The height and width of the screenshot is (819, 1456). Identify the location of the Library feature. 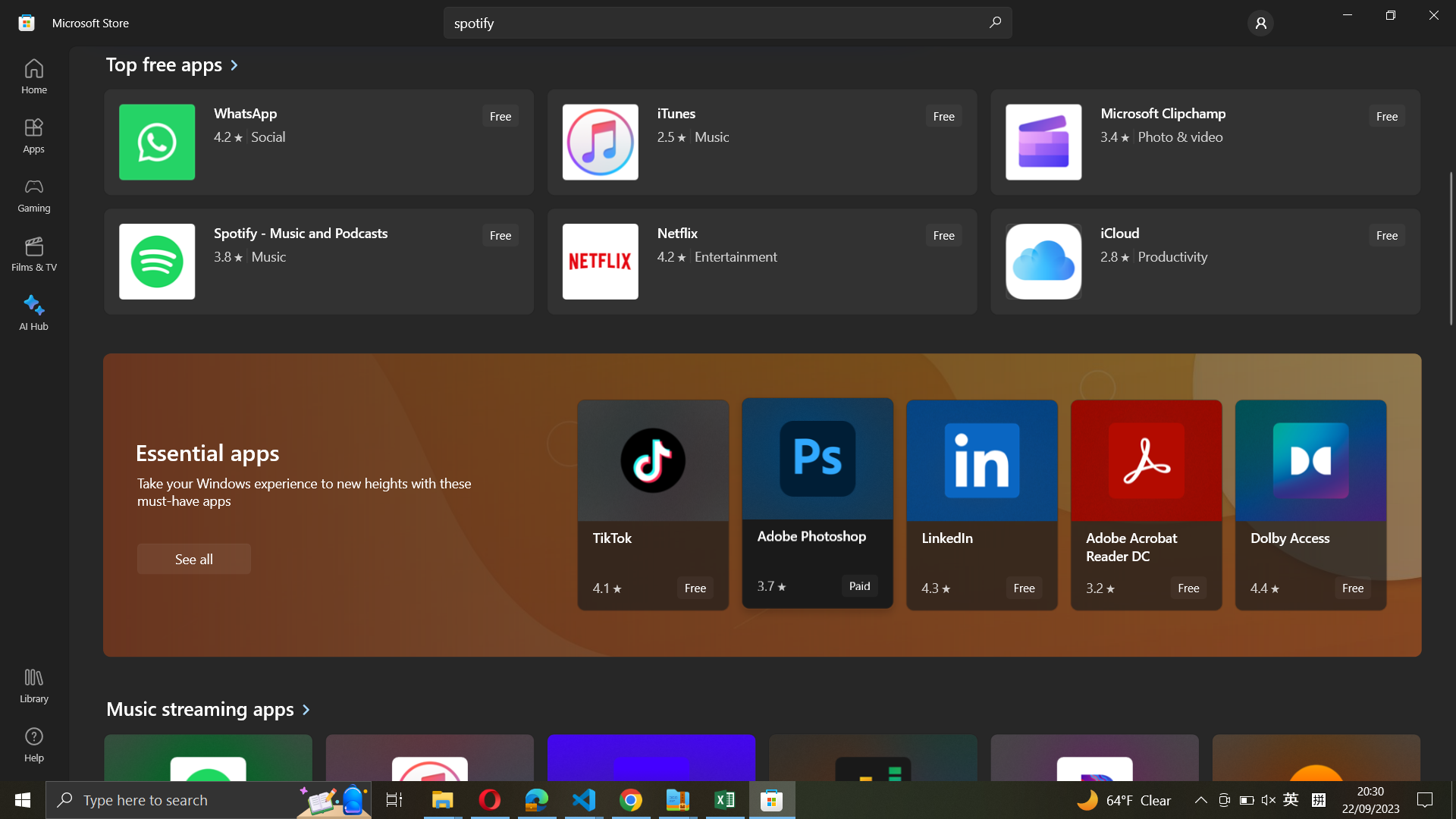
(33, 687).